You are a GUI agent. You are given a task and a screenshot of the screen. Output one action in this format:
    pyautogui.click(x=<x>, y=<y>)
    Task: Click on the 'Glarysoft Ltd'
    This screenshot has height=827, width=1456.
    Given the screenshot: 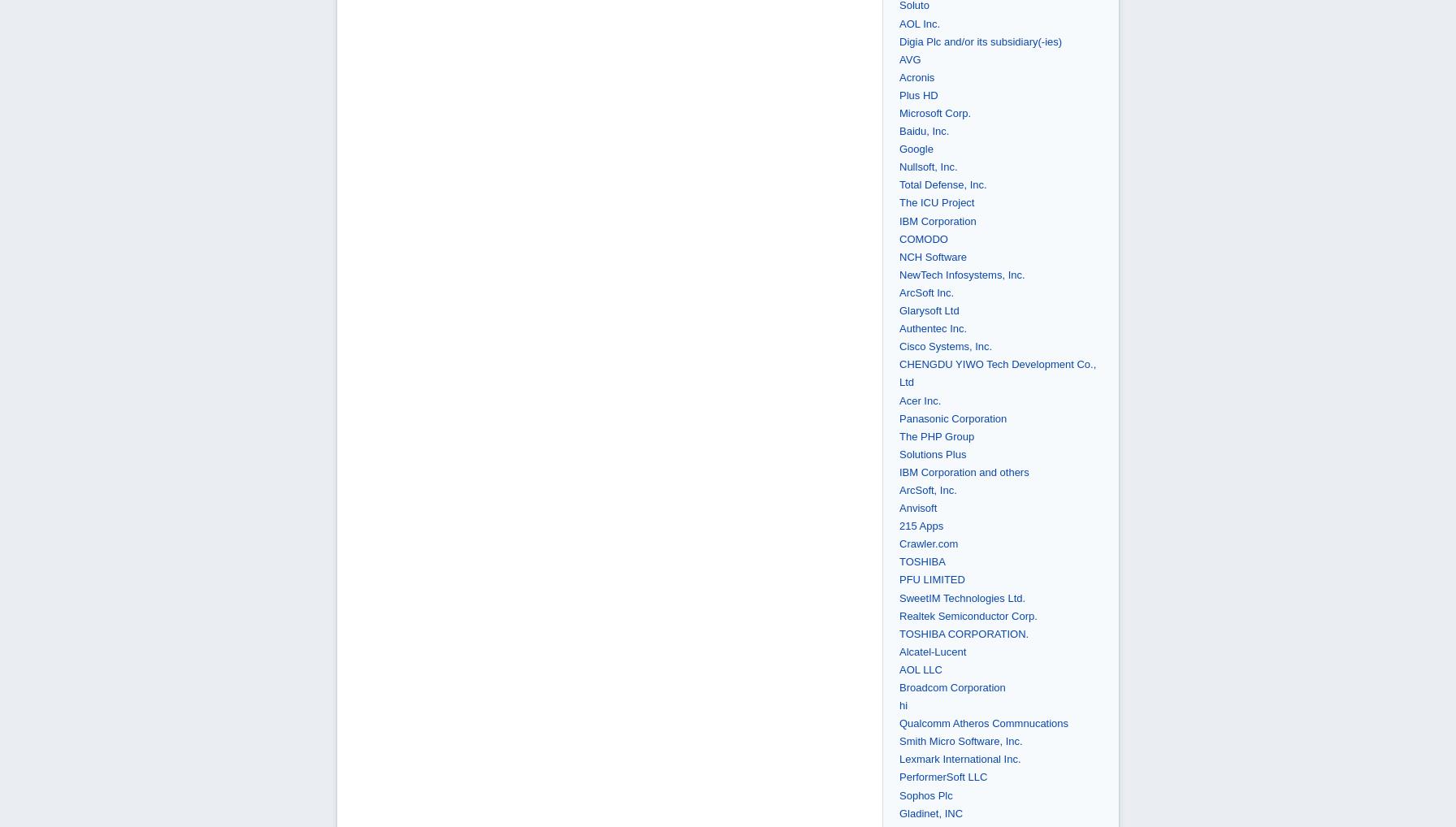 What is the action you would take?
    pyautogui.click(x=899, y=310)
    